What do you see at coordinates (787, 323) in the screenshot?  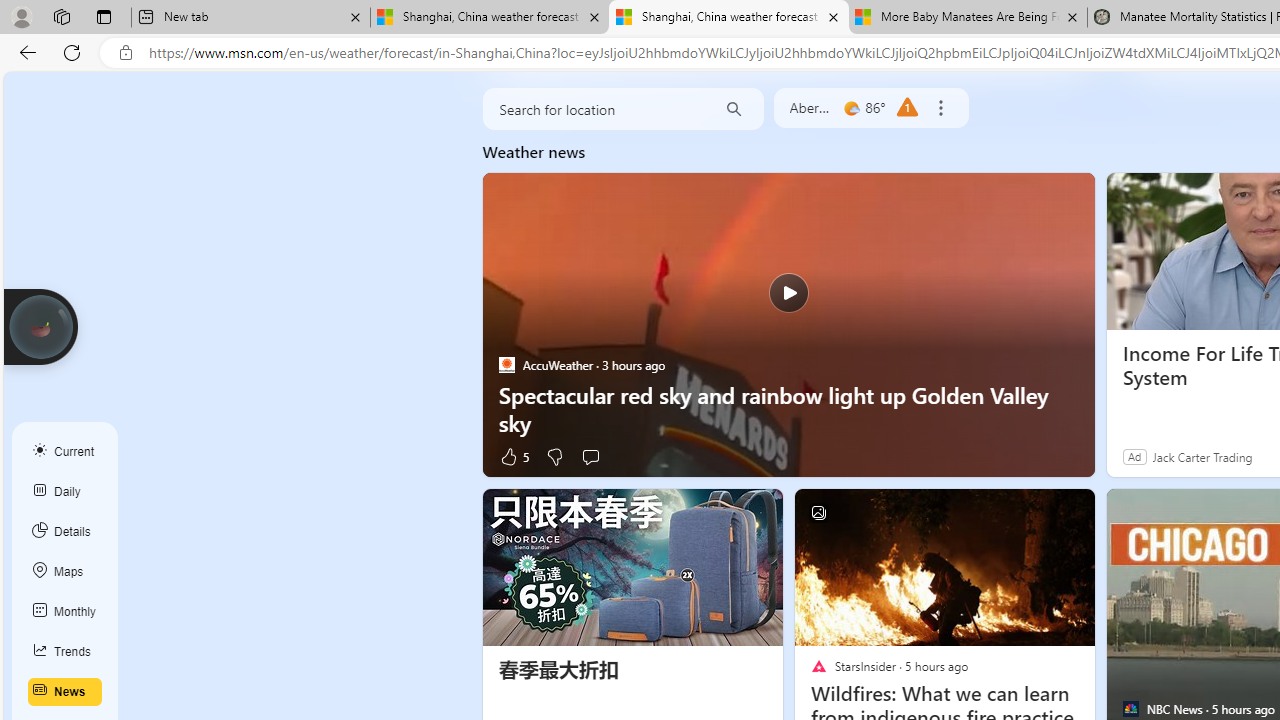 I see `'Spectacular red sky and rainbow light up Golden Valley sky'` at bounding box center [787, 323].